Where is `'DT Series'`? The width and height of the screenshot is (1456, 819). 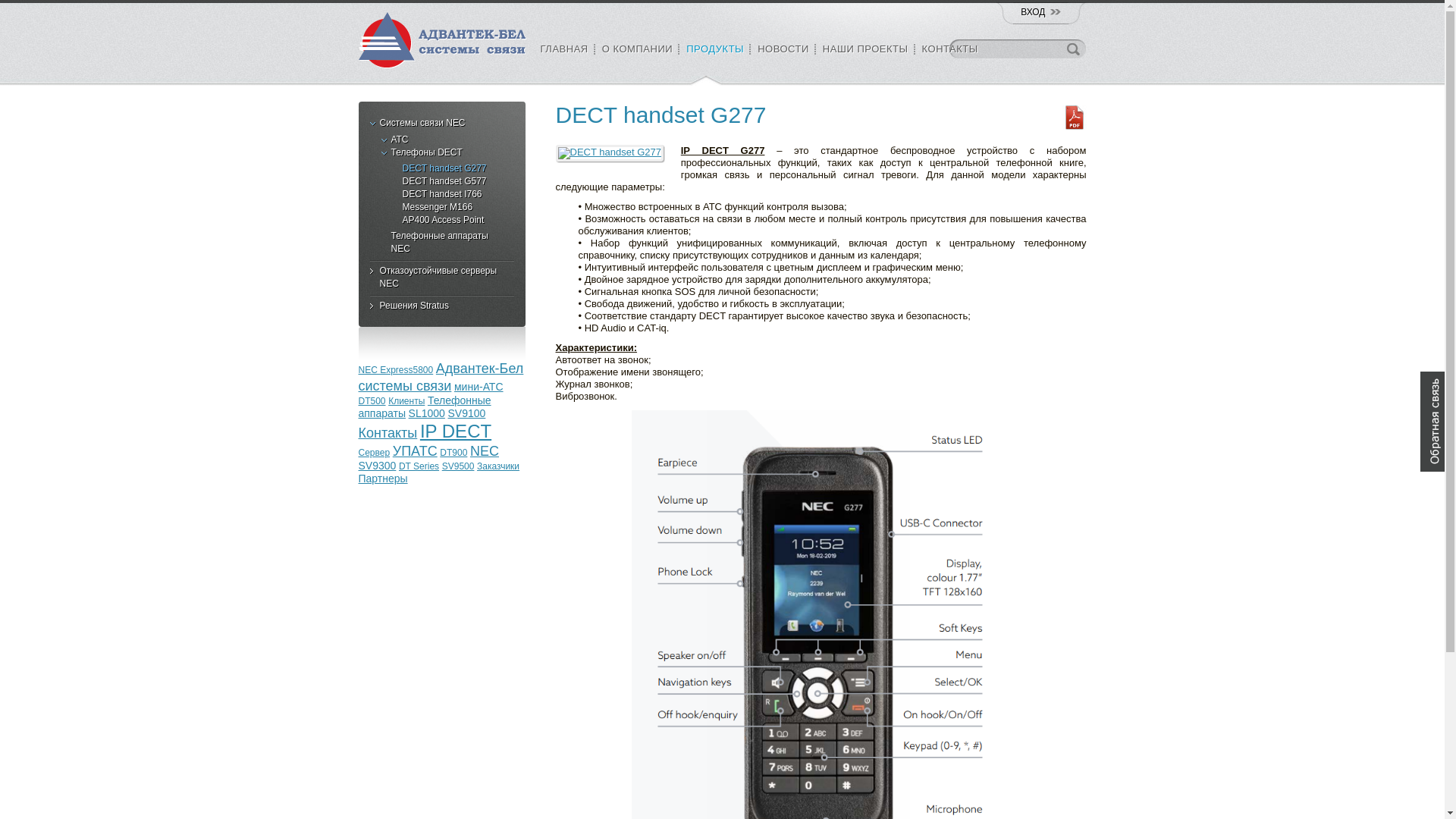 'DT Series' is located at coordinates (419, 465).